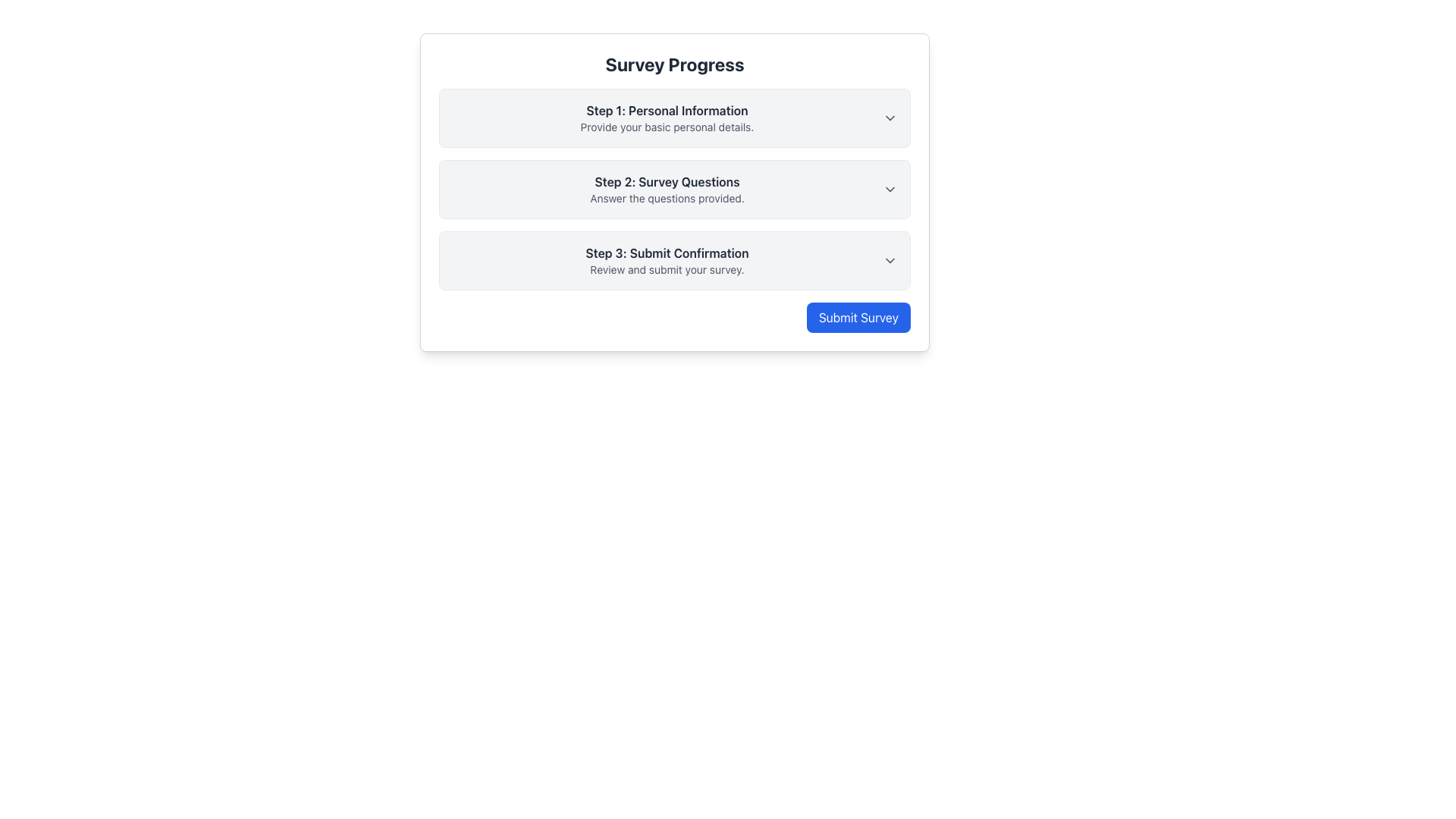  I want to click on the static text header element that displays 'Step 2: Survey Questions', styled in bold dark gray font against a white background, so click(667, 180).